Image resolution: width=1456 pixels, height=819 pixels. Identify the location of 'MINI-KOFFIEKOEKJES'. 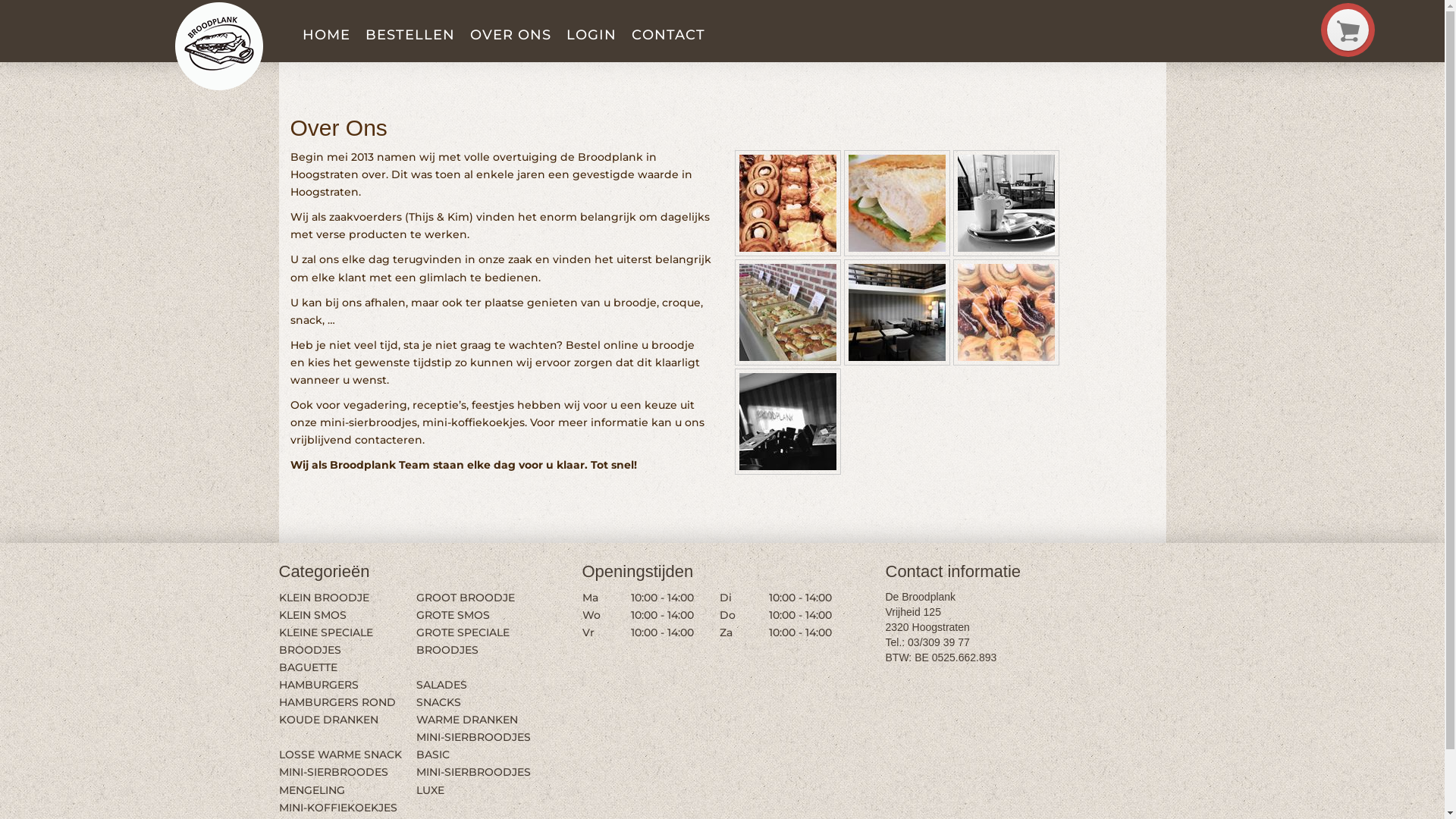
(337, 806).